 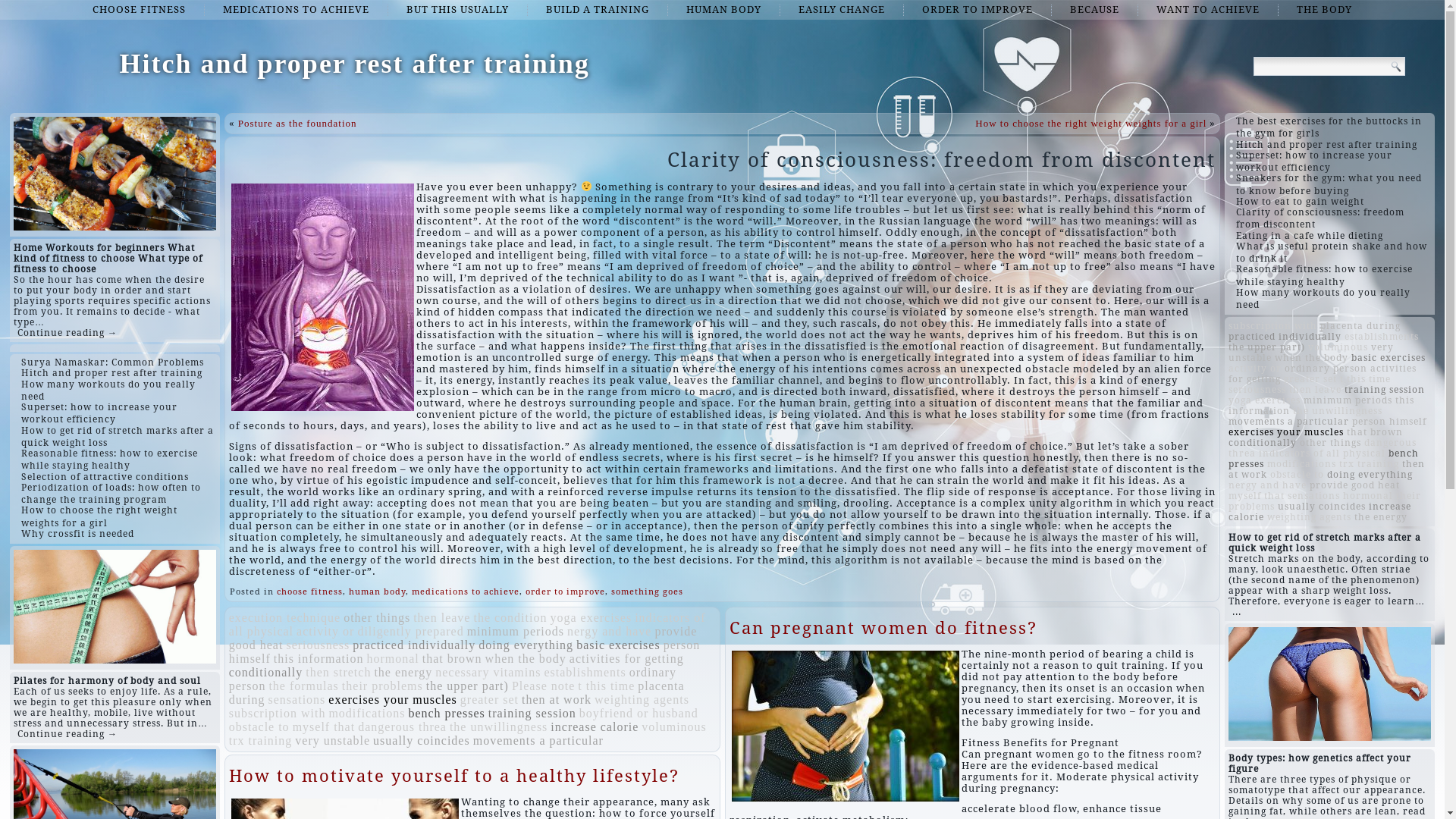 I want to click on 'What is useful protein shake and how to drink it', so click(x=1331, y=251).